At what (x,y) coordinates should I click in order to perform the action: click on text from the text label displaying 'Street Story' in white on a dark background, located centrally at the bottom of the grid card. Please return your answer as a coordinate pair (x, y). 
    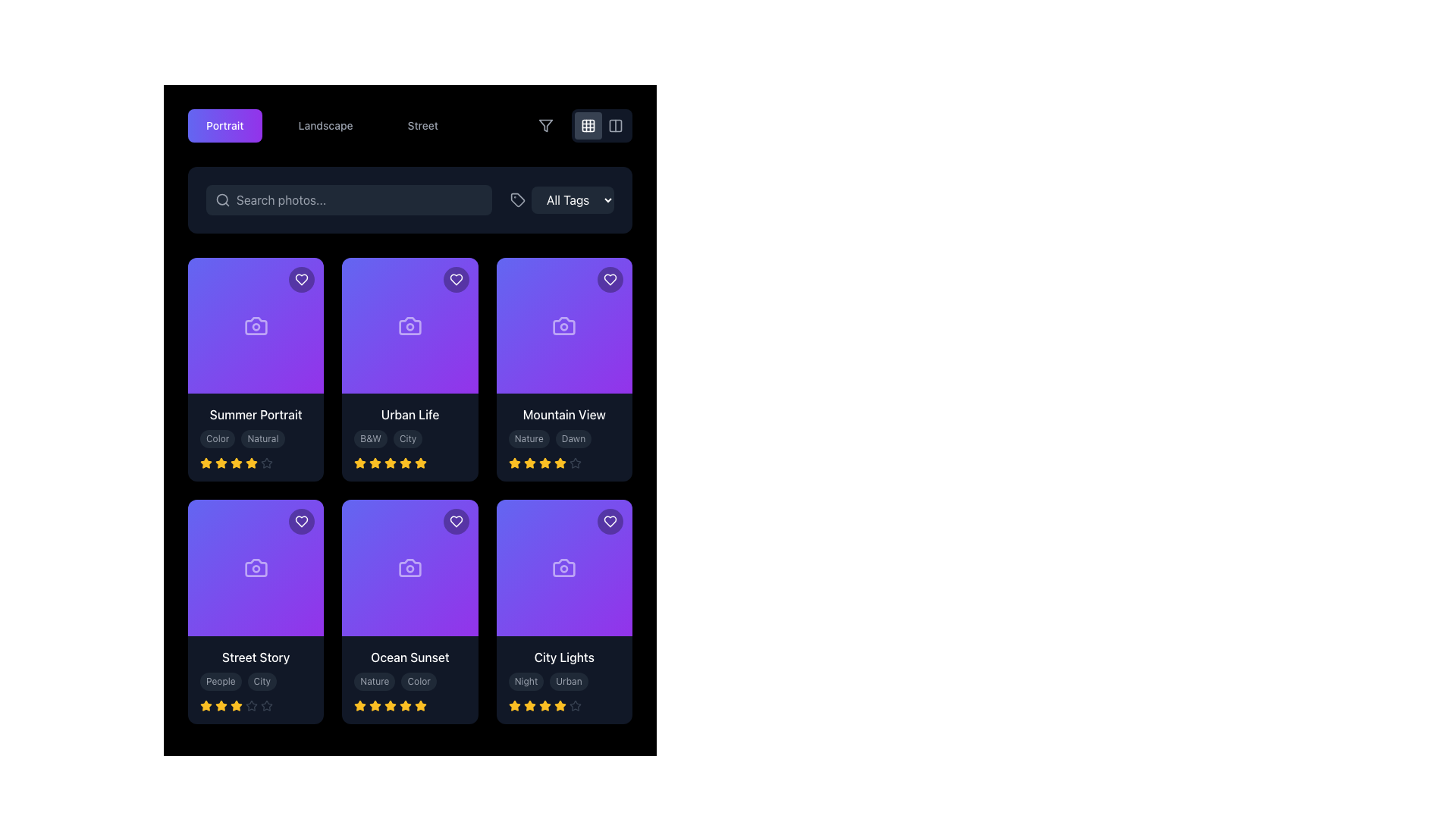
    Looking at the image, I should click on (256, 656).